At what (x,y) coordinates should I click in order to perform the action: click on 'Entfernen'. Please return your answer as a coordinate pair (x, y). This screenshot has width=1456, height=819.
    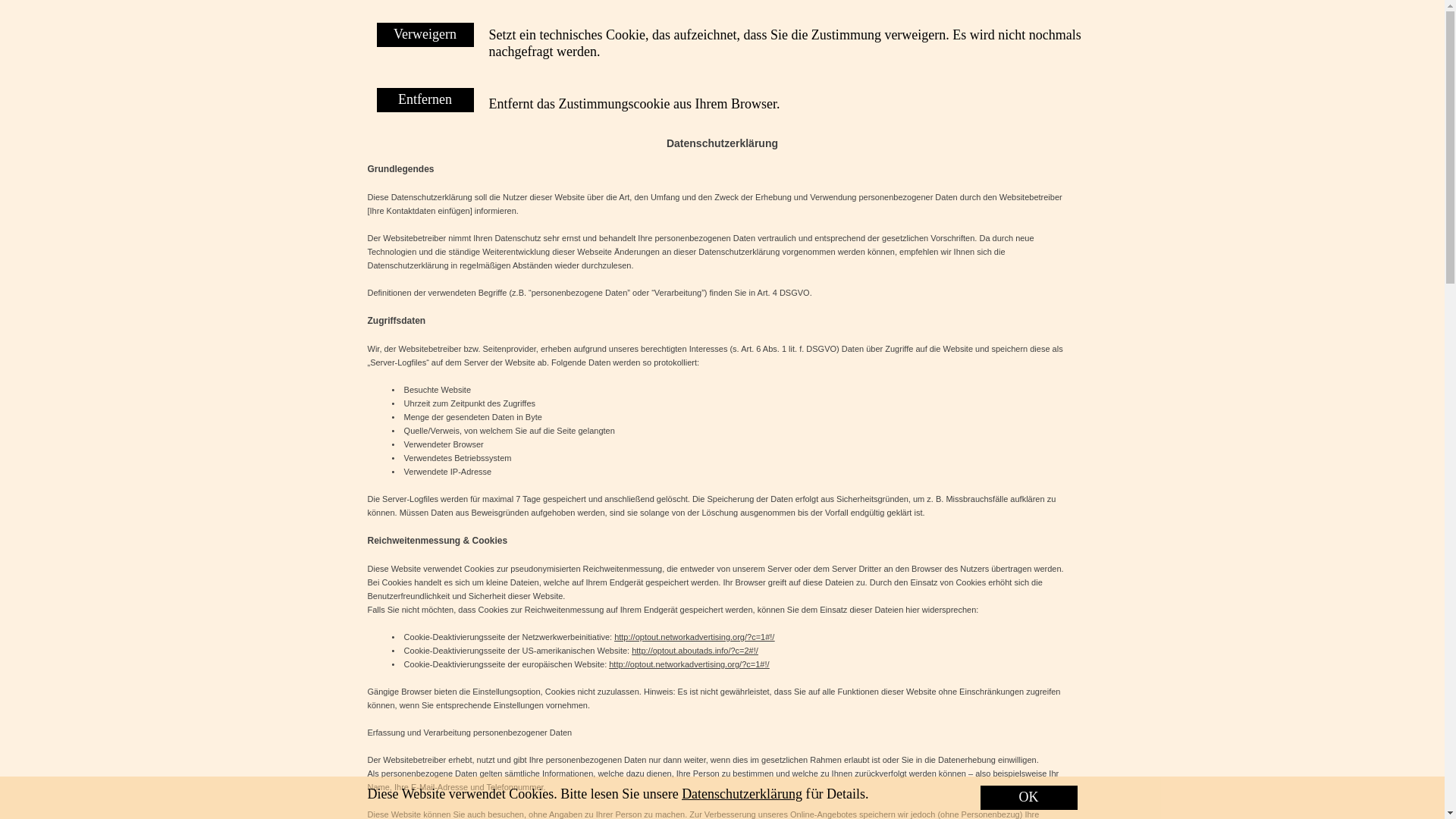
    Looking at the image, I should click on (375, 99).